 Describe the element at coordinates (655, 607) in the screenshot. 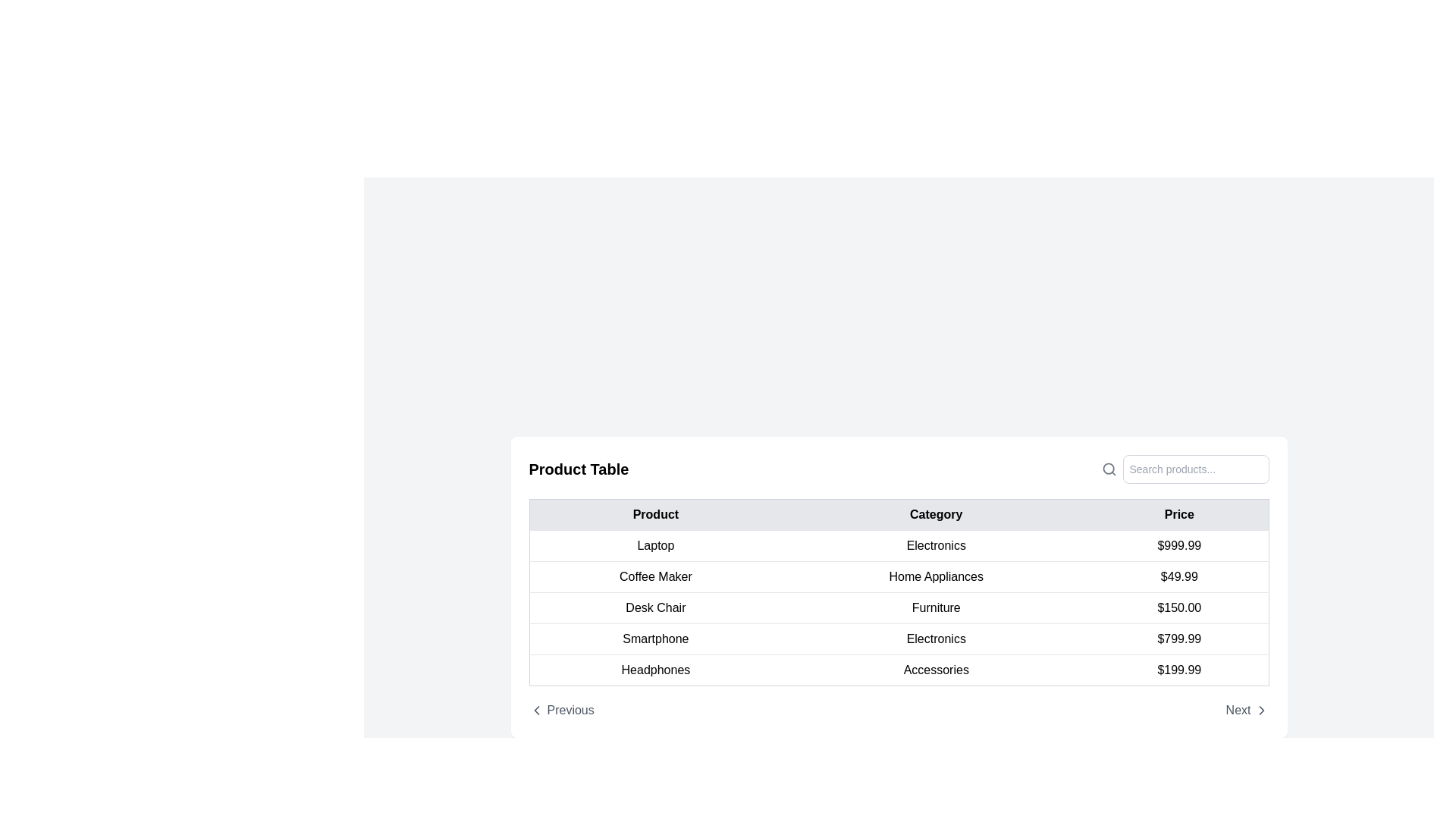

I see `the 'Desk Chair' text label in the 'Product' column` at that location.